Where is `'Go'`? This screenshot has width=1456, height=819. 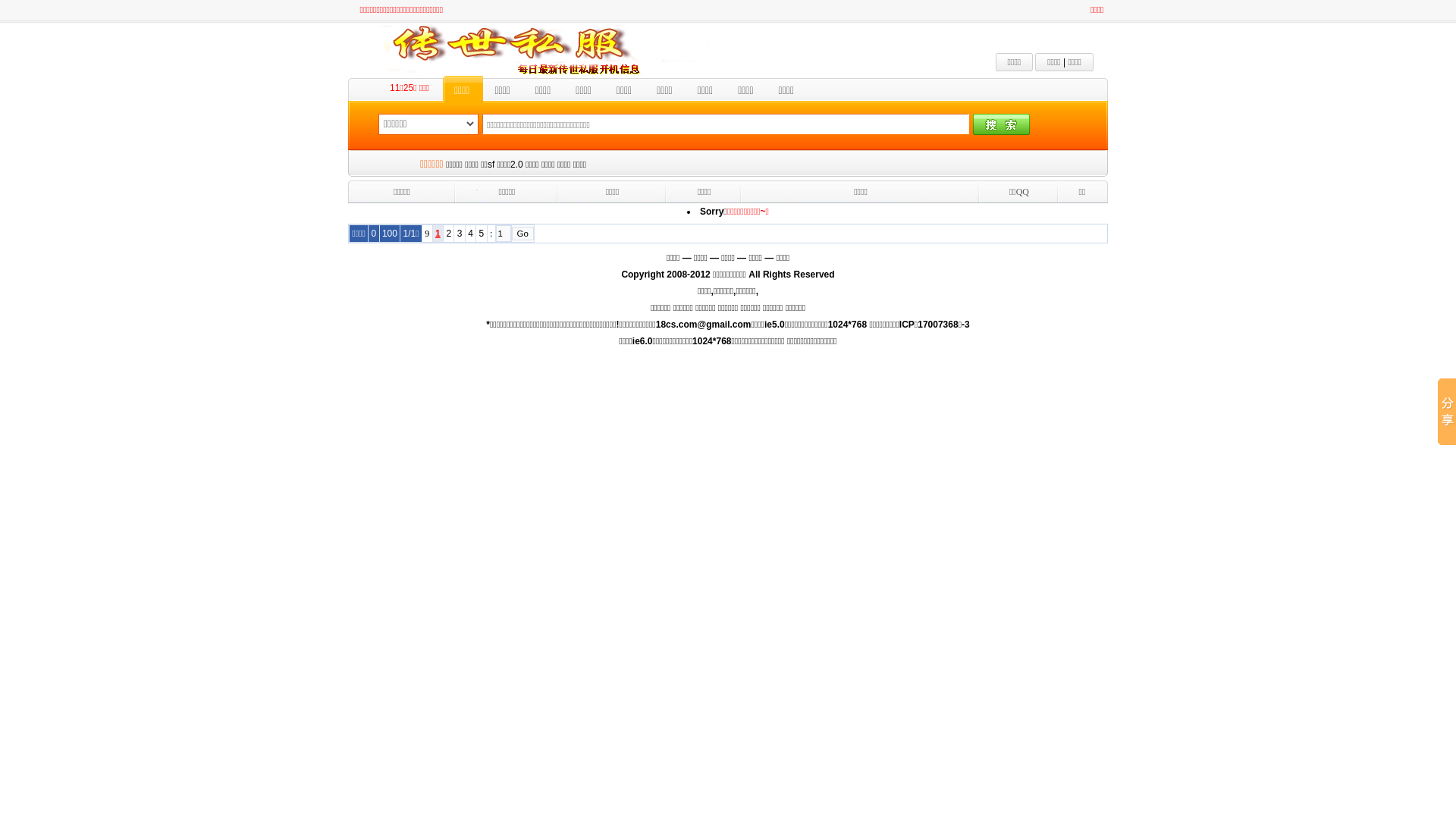
'Go' is located at coordinates (512, 234).